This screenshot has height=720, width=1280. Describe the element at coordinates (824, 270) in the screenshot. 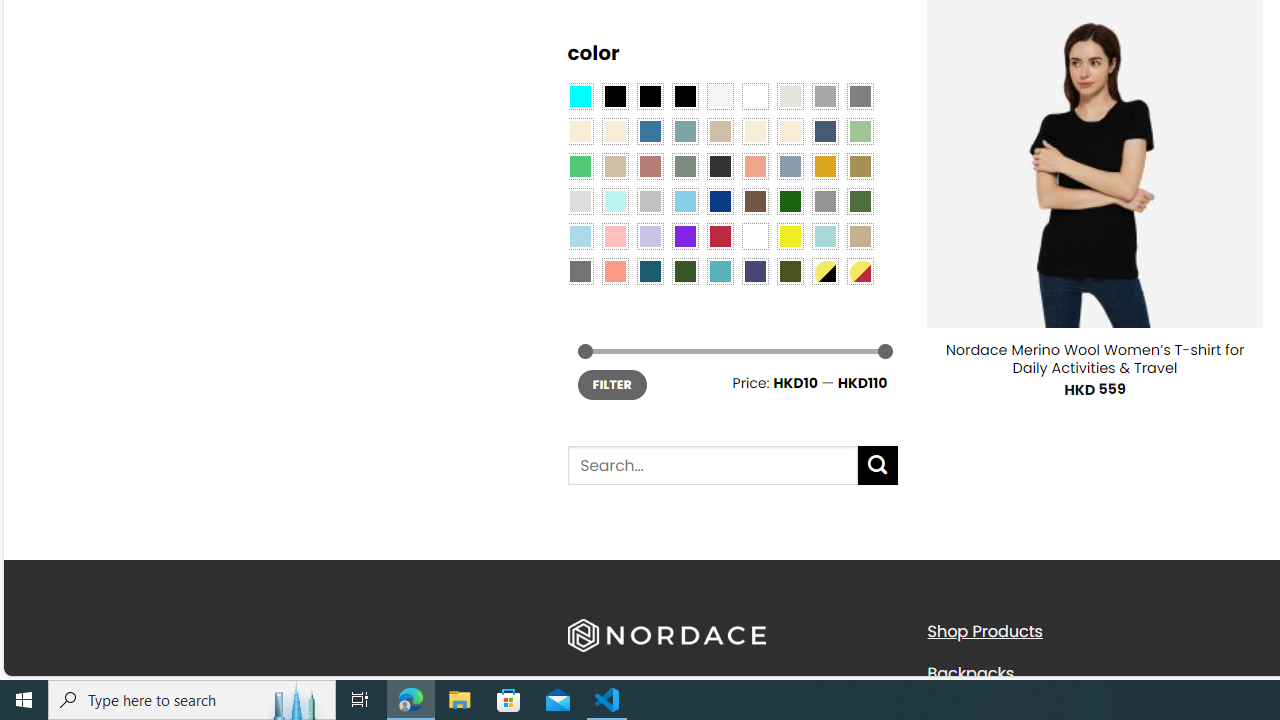

I see `'Yellow-Black'` at that location.